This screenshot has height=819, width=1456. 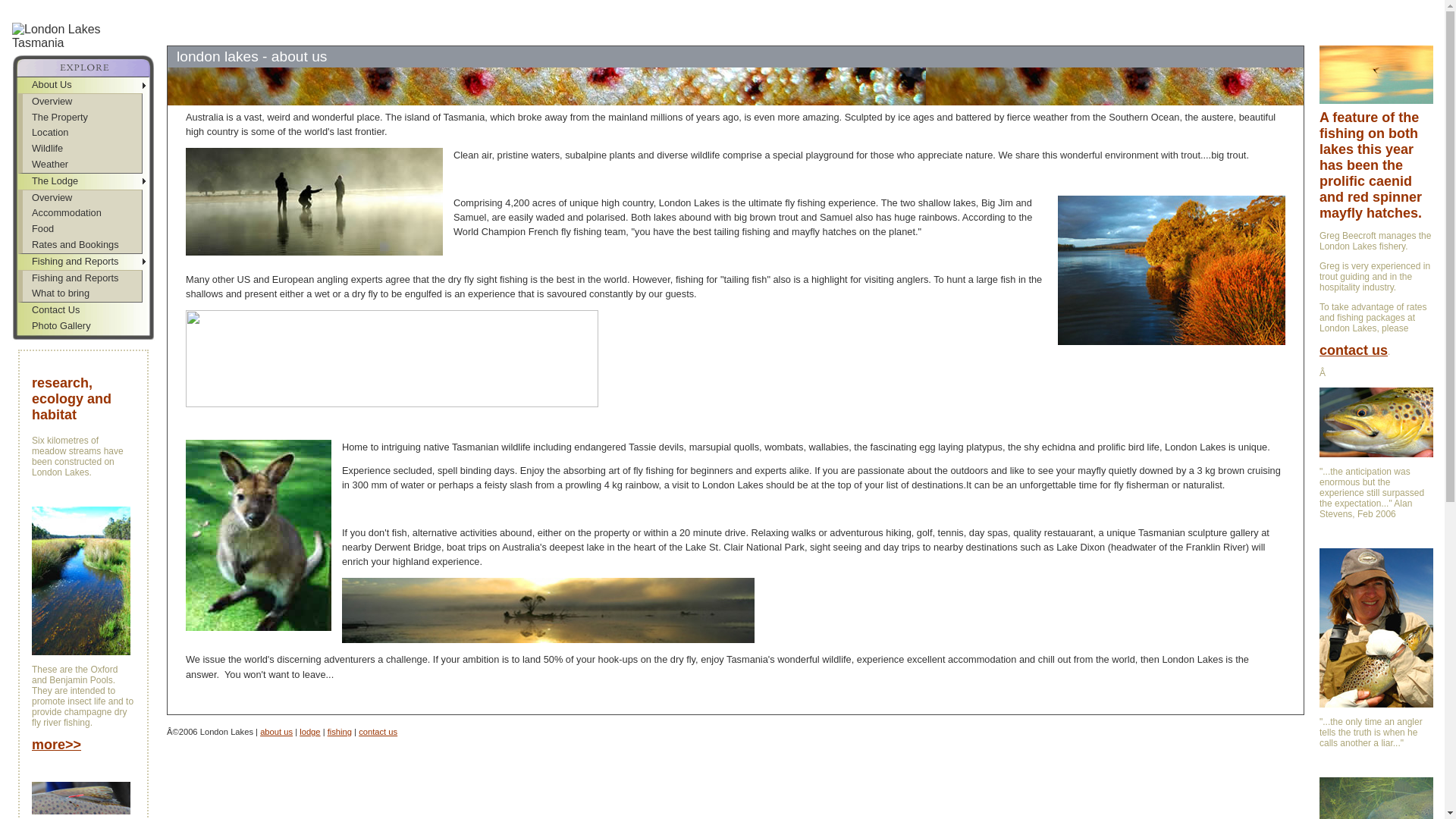 I want to click on 'Rates and Bookings', so click(x=81, y=244).